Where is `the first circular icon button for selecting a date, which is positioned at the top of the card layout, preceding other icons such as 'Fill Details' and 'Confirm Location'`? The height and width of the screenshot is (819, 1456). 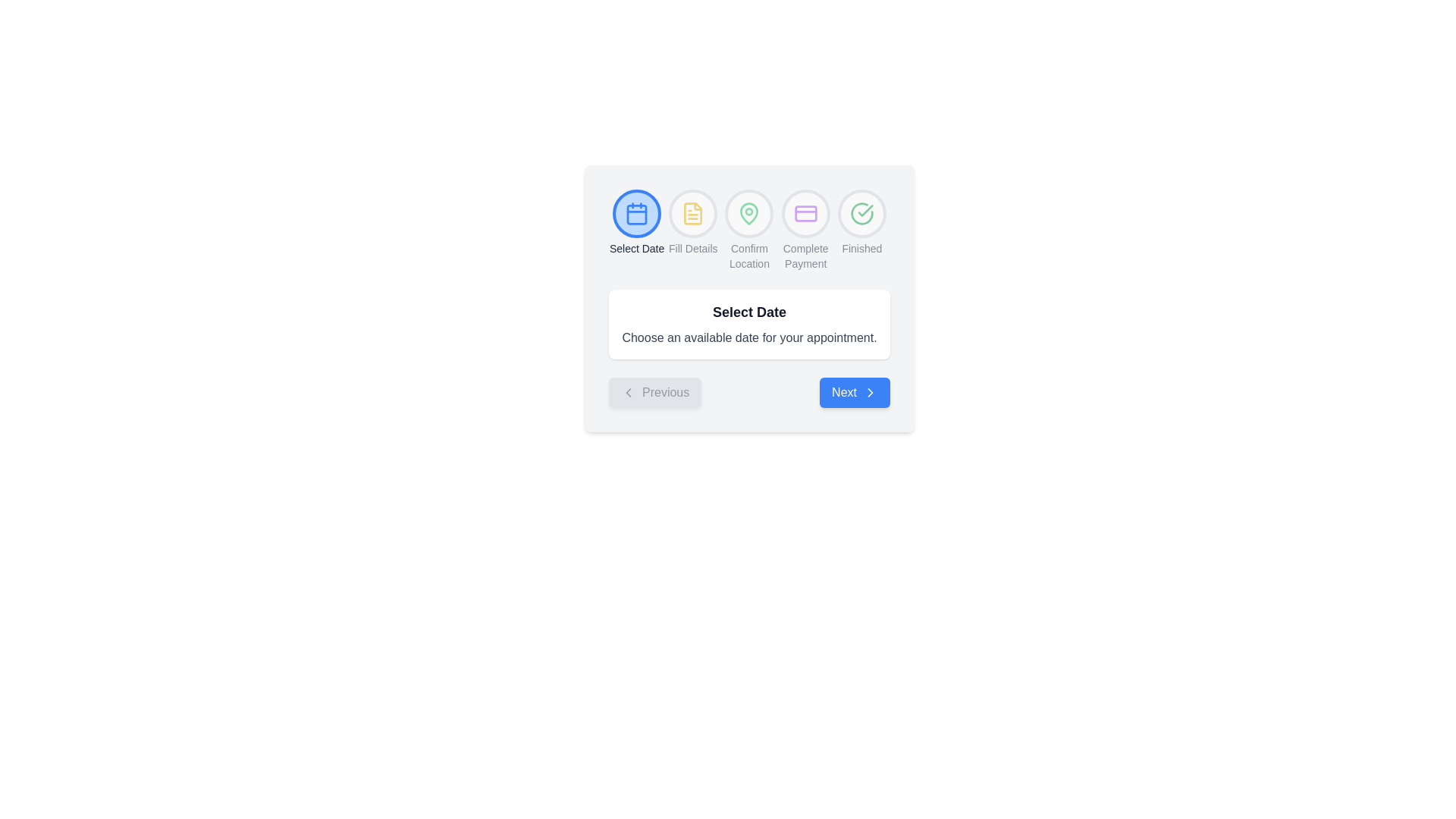 the first circular icon button for selecting a date, which is positioned at the top of the card layout, preceding other icons such as 'Fill Details' and 'Confirm Location' is located at coordinates (637, 213).